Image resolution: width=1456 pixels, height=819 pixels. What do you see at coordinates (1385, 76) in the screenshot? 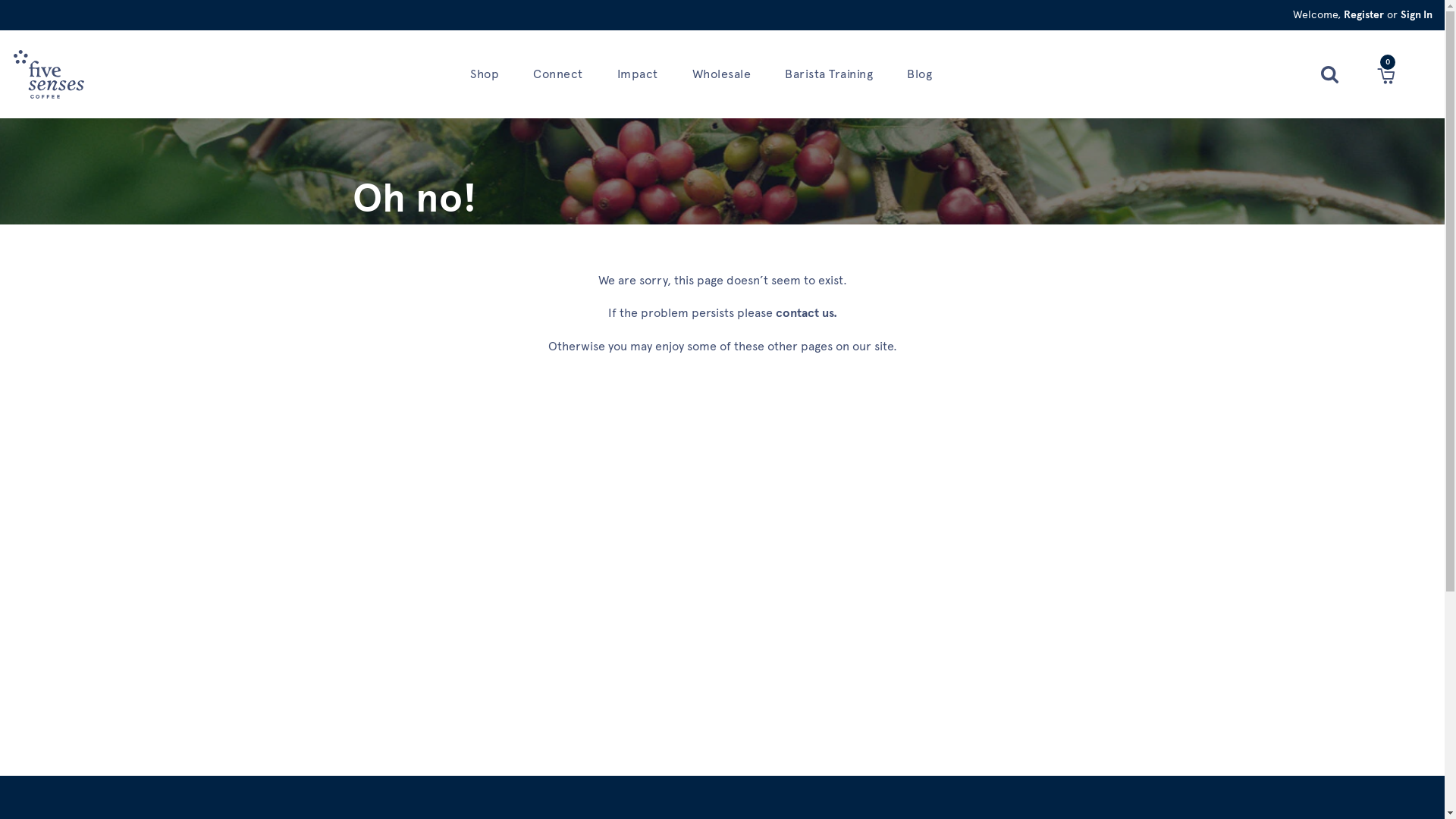
I see `'Cart` at bounding box center [1385, 76].